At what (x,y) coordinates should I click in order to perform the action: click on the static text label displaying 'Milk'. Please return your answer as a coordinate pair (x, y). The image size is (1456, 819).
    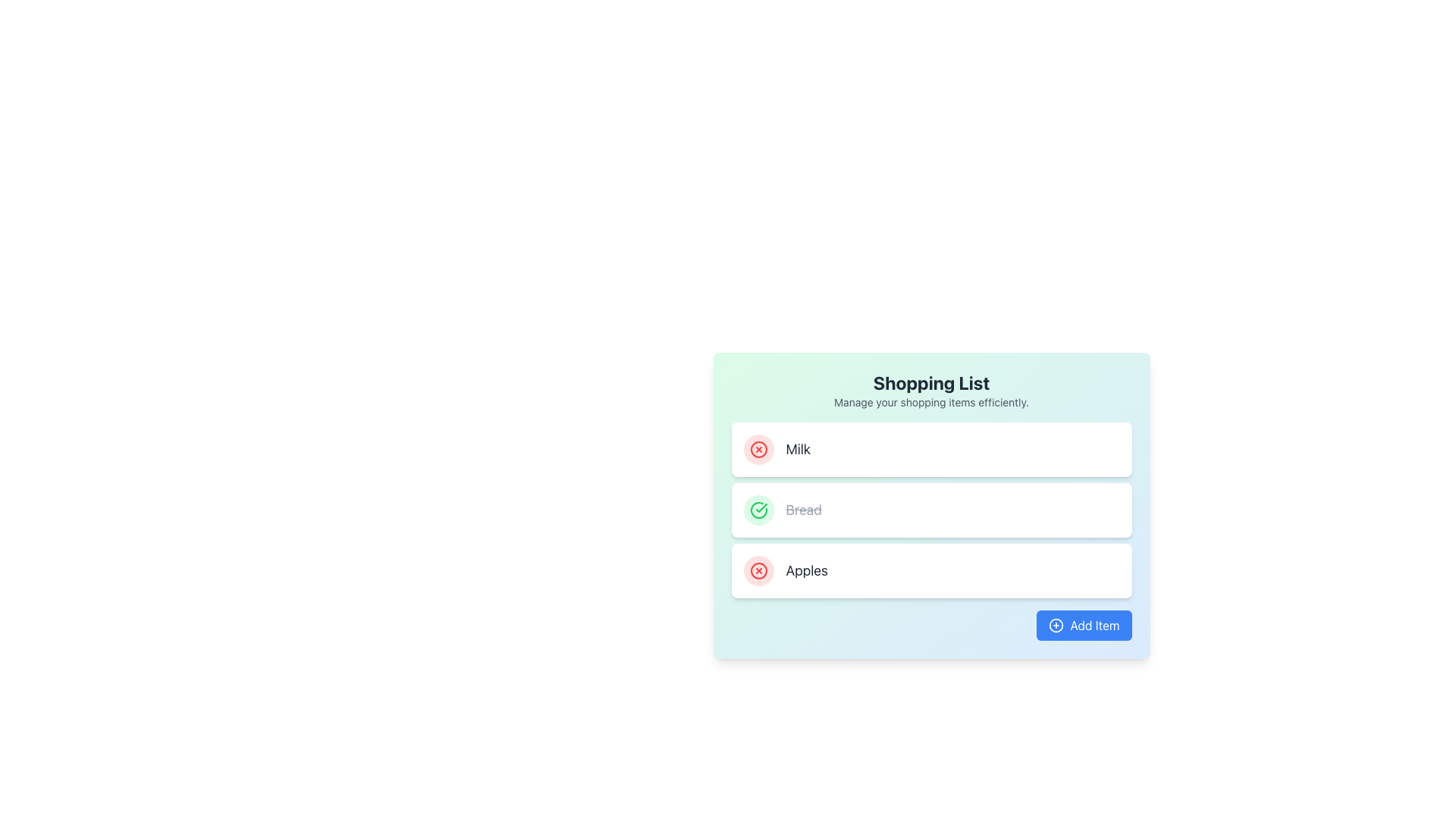
    Looking at the image, I should click on (797, 449).